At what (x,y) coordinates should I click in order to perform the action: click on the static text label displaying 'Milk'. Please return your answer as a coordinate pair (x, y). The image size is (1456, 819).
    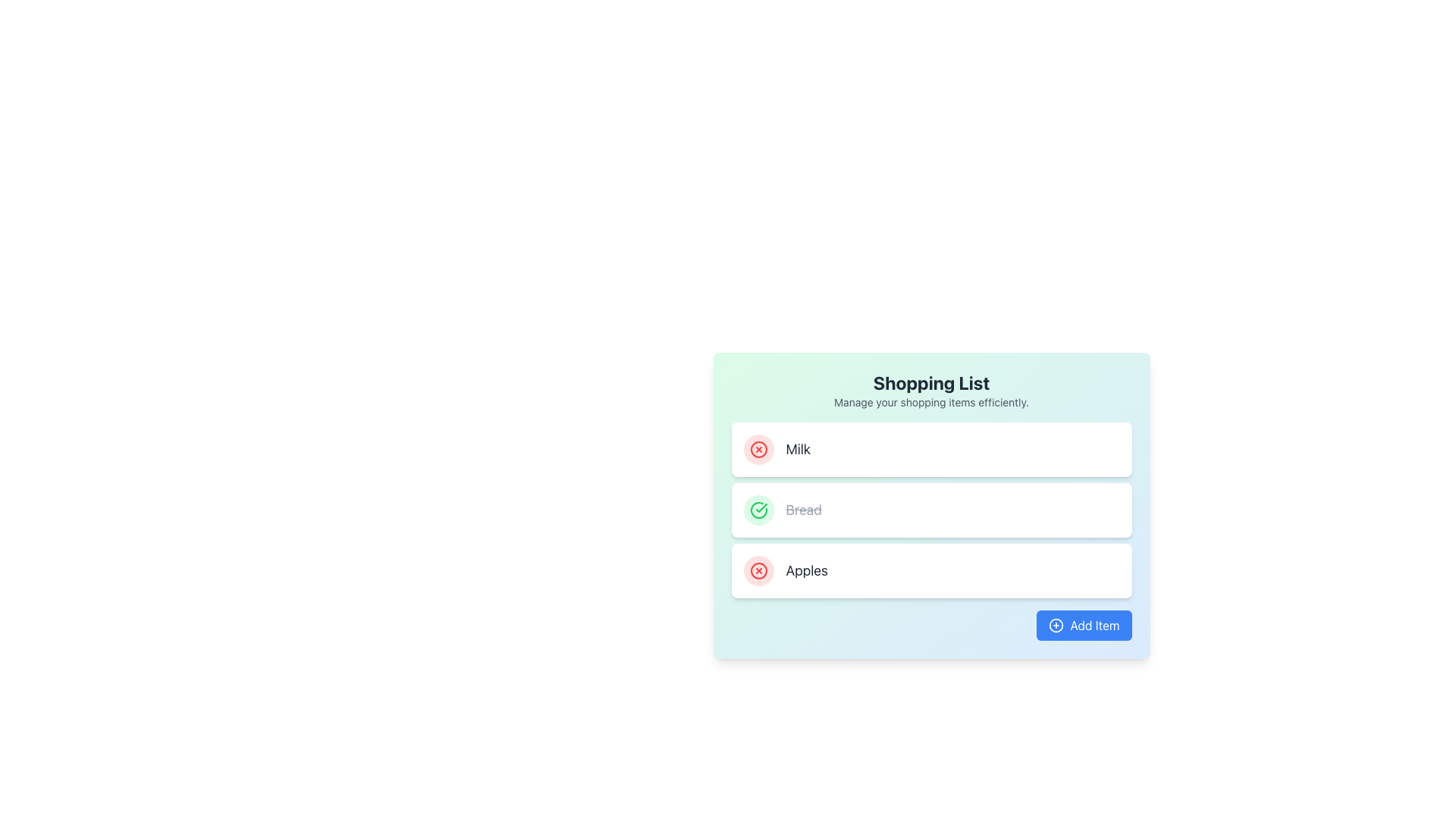
    Looking at the image, I should click on (797, 449).